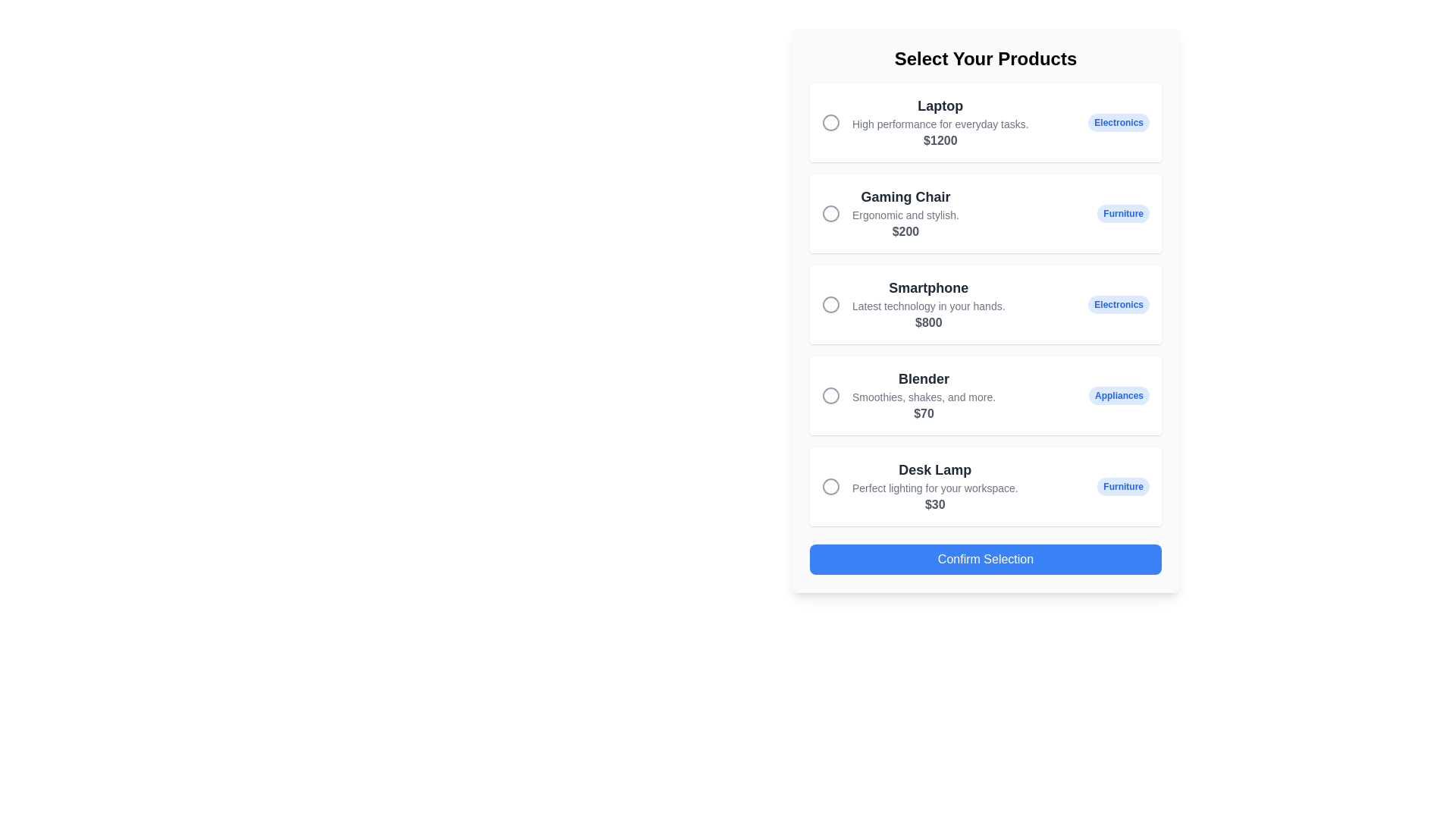  I want to click on the 'Furniture' label badge with a blue background positioned to the right of the '$200' text under the 'Select Your Products' section, associated with the 'Gaming Chair', so click(1123, 213).